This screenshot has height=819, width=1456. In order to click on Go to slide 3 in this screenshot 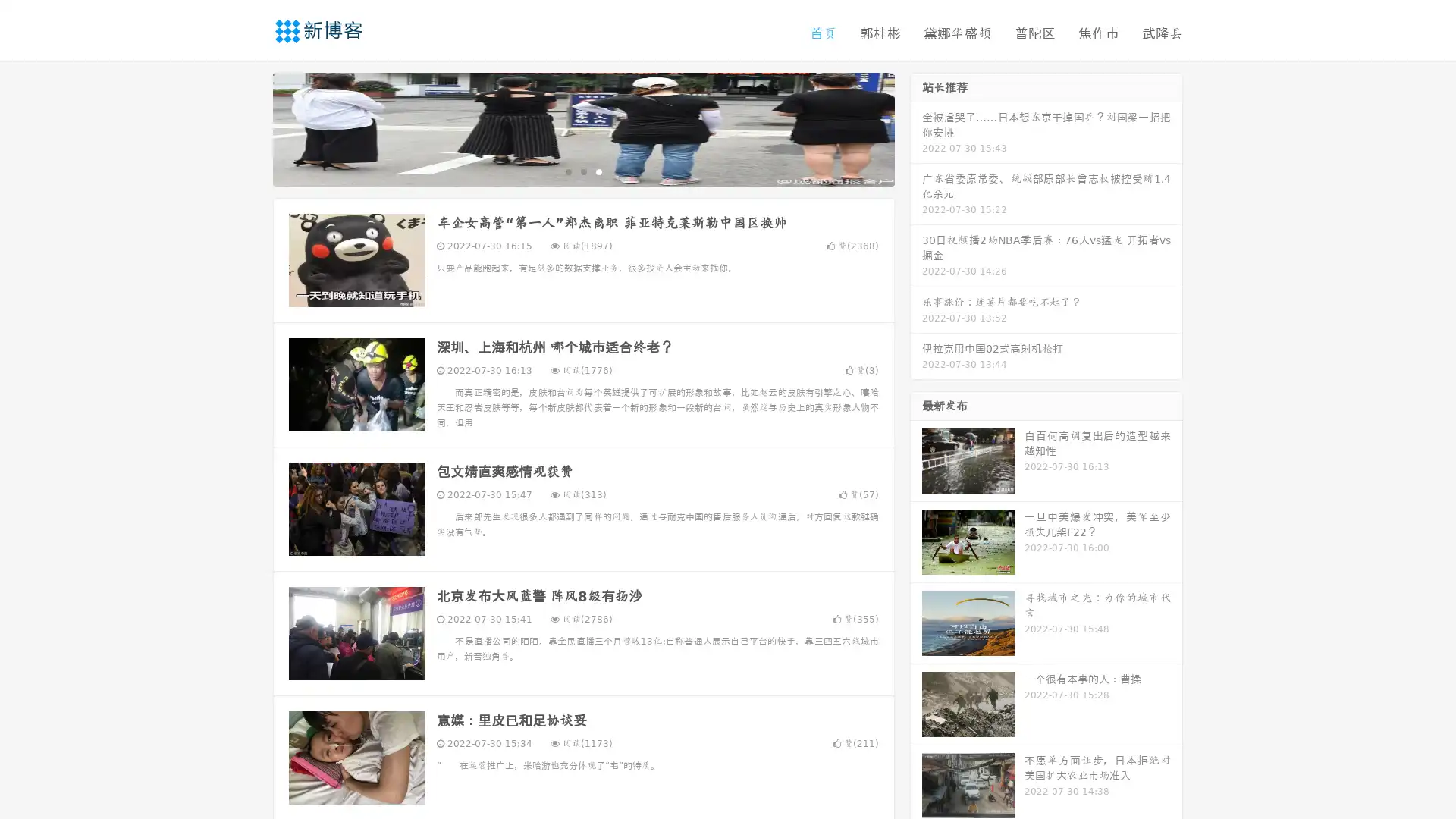, I will do `click(598, 171)`.